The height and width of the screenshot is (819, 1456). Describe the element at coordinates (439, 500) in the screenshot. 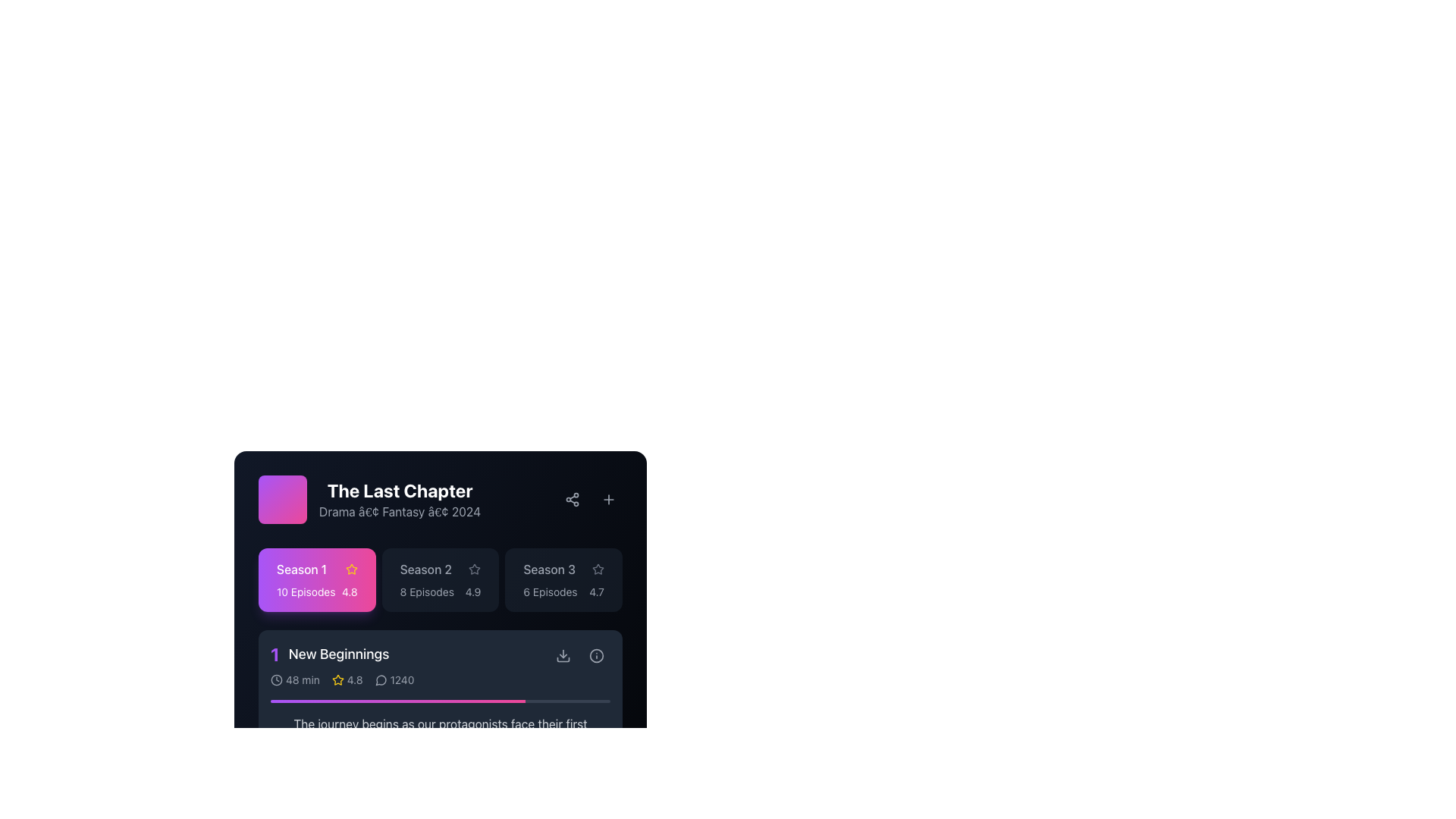

I see `the header element titled 'The Last Chapter' which contains decorative and interactive elements` at that location.